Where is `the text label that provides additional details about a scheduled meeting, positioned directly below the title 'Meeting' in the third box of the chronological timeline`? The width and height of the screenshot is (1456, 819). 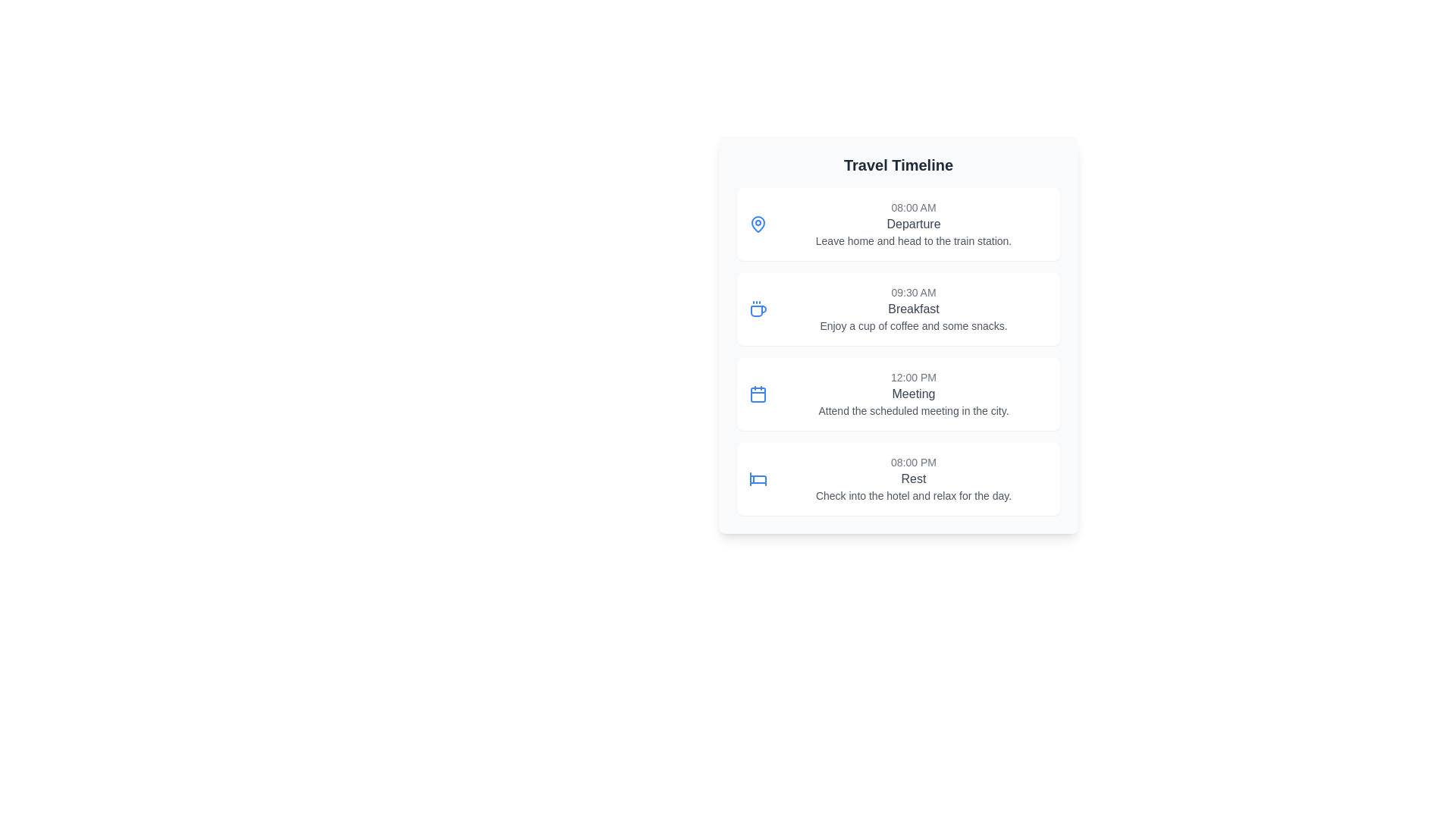
the text label that provides additional details about a scheduled meeting, positioned directly below the title 'Meeting' in the third box of the chronological timeline is located at coordinates (912, 411).